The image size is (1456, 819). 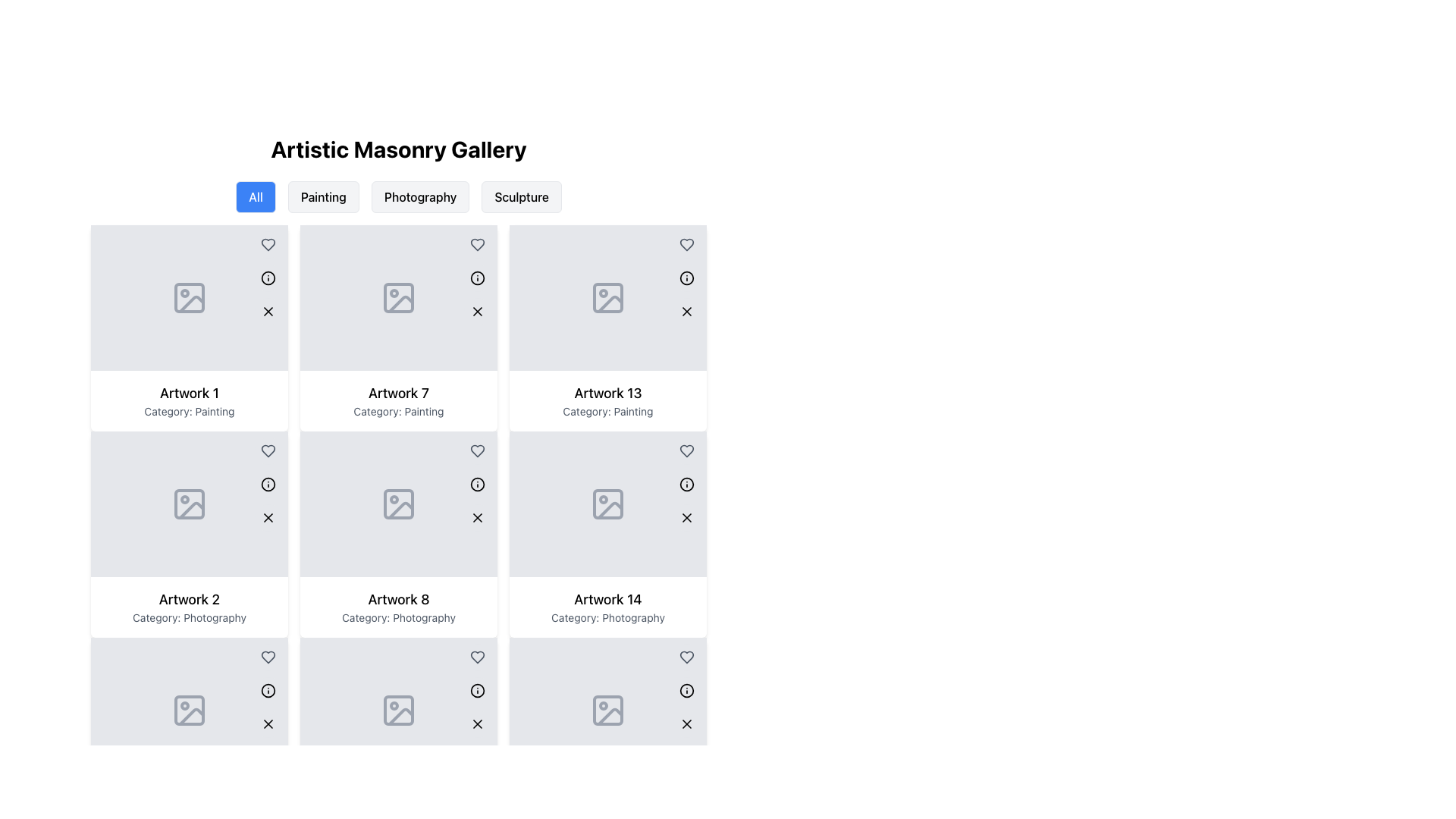 I want to click on the heart-shaped icon outlined in gray located at the top right of the 'Artwork 2' card to favorite the item, so click(x=268, y=657).